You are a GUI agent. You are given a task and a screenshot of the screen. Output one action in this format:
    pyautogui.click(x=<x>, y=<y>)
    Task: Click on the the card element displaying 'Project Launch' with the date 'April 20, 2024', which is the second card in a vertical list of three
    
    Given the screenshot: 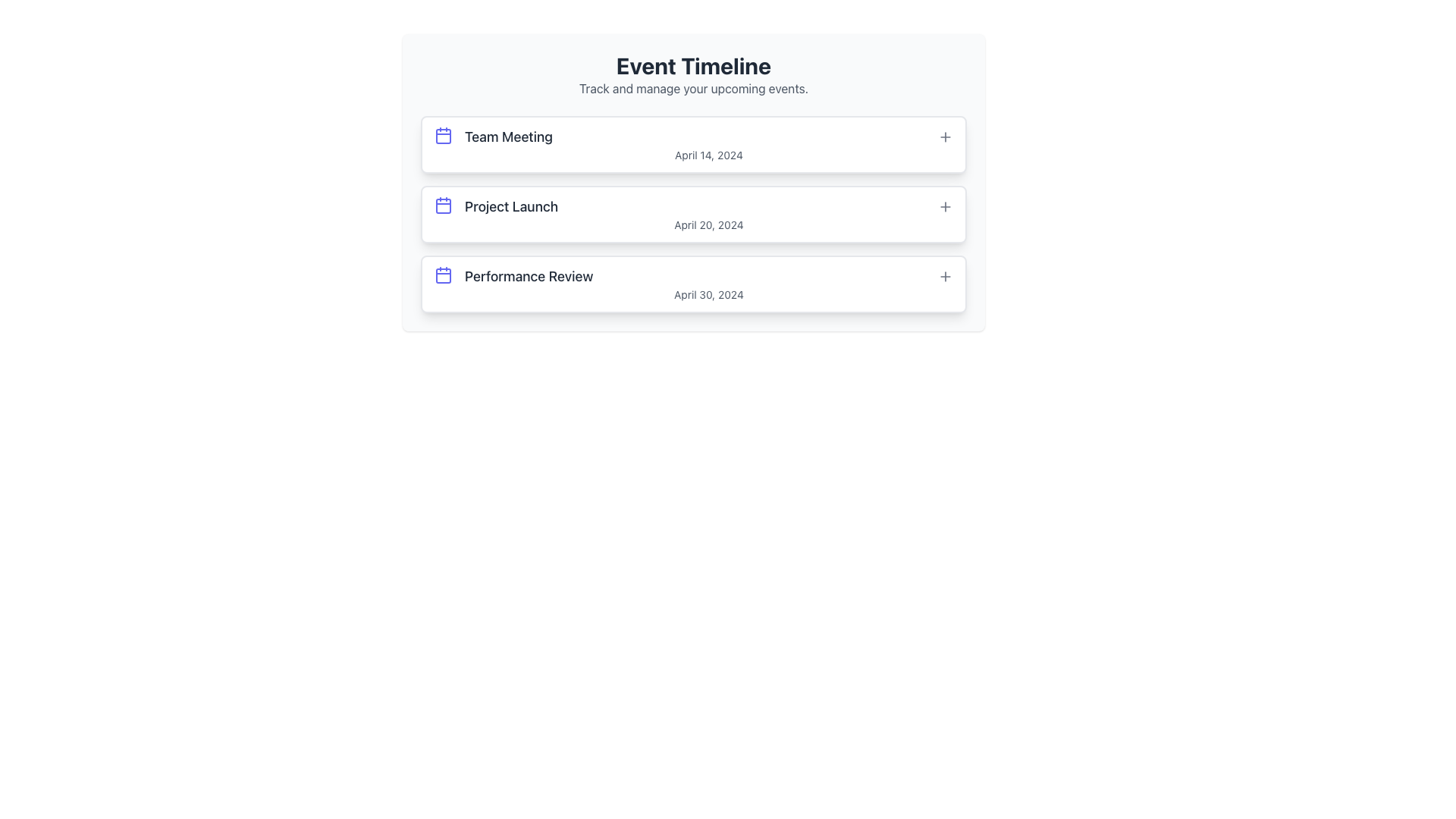 What is the action you would take?
    pyautogui.click(x=693, y=181)
    